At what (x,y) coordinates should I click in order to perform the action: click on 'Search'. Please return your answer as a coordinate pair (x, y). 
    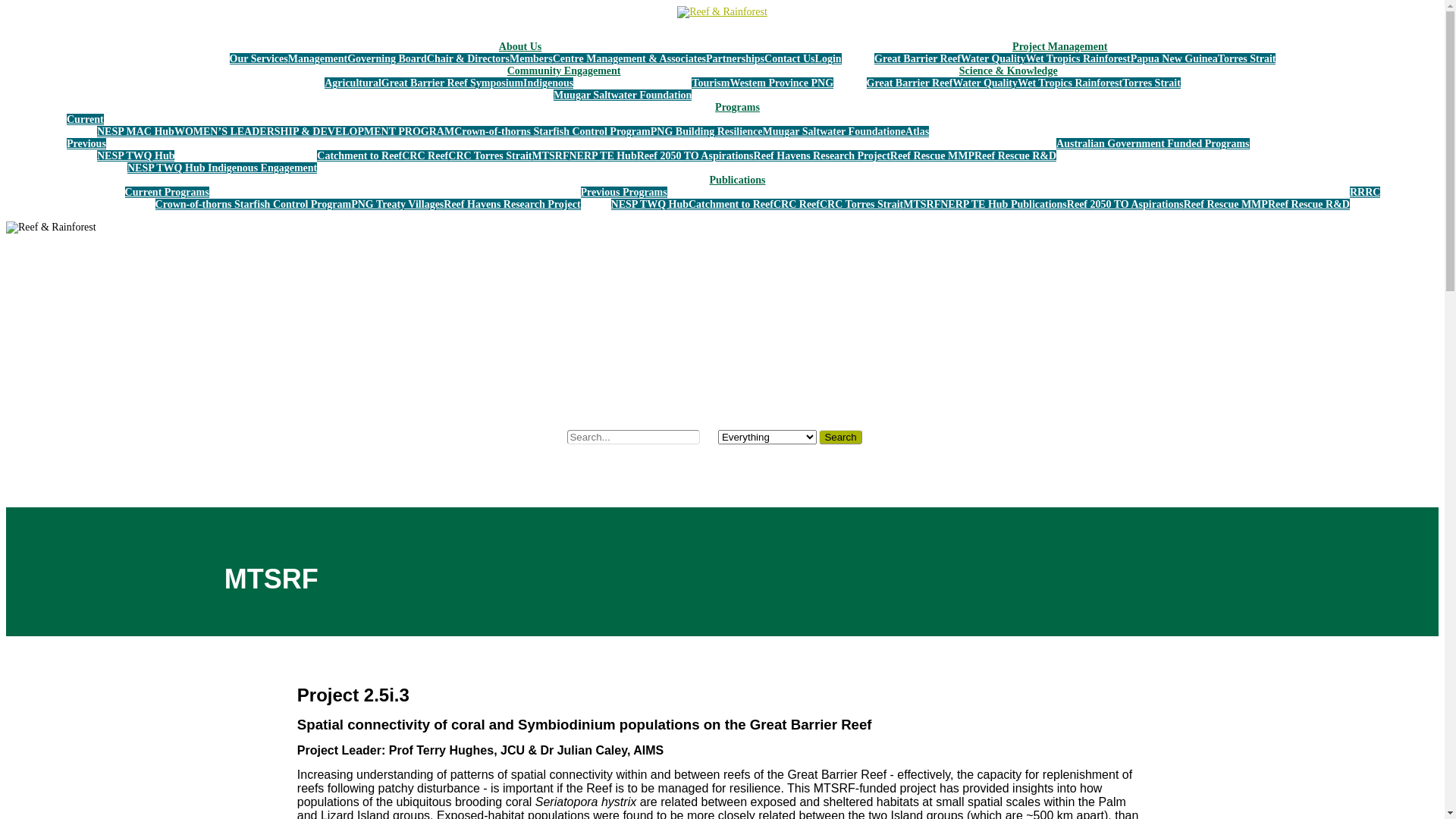
    Looking at the image, I should click on (839, 437).